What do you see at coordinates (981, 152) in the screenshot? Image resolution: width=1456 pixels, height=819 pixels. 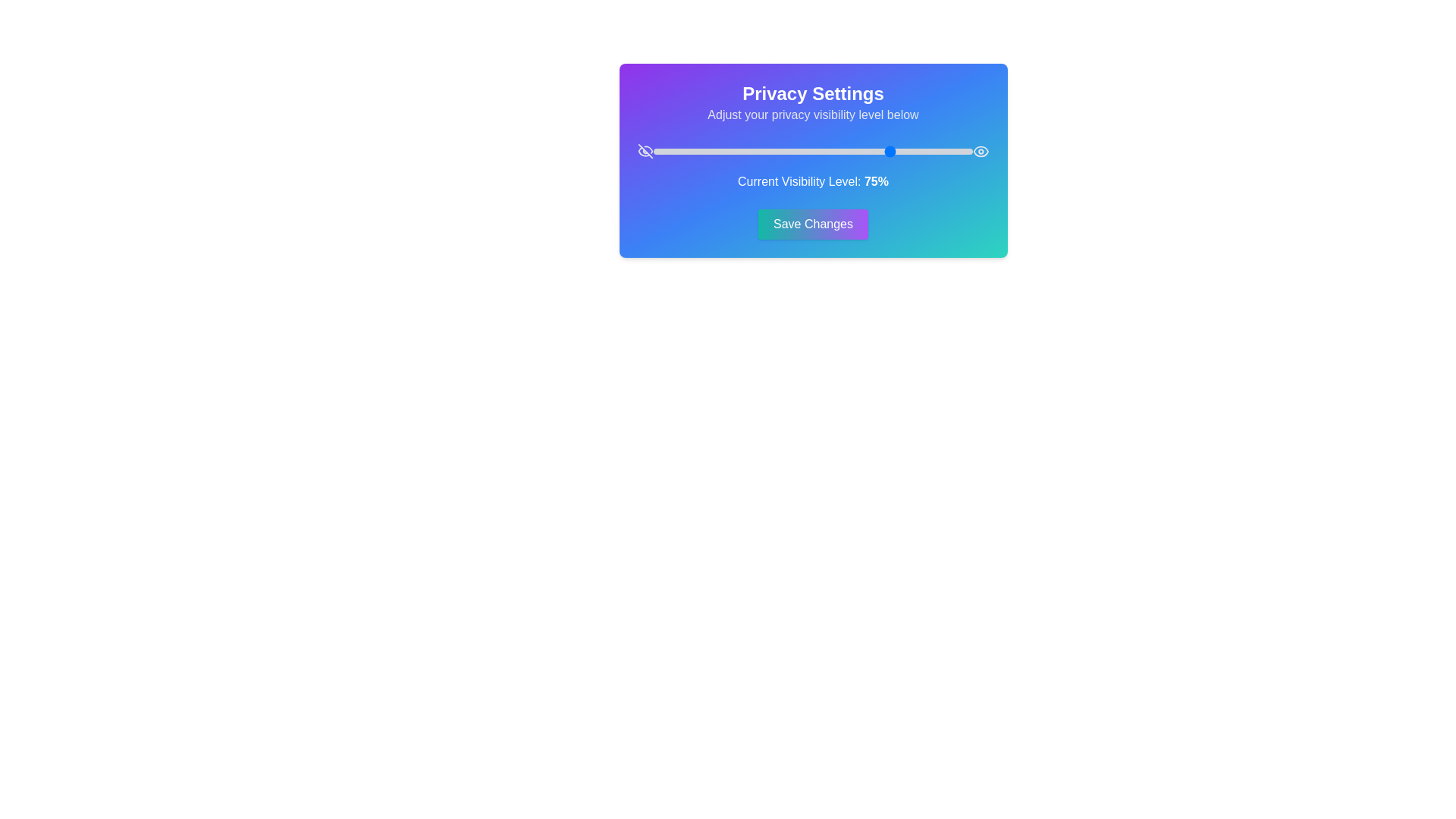 I see `the icon Eye to explore its interactivity` at bounding box center [981, 152].